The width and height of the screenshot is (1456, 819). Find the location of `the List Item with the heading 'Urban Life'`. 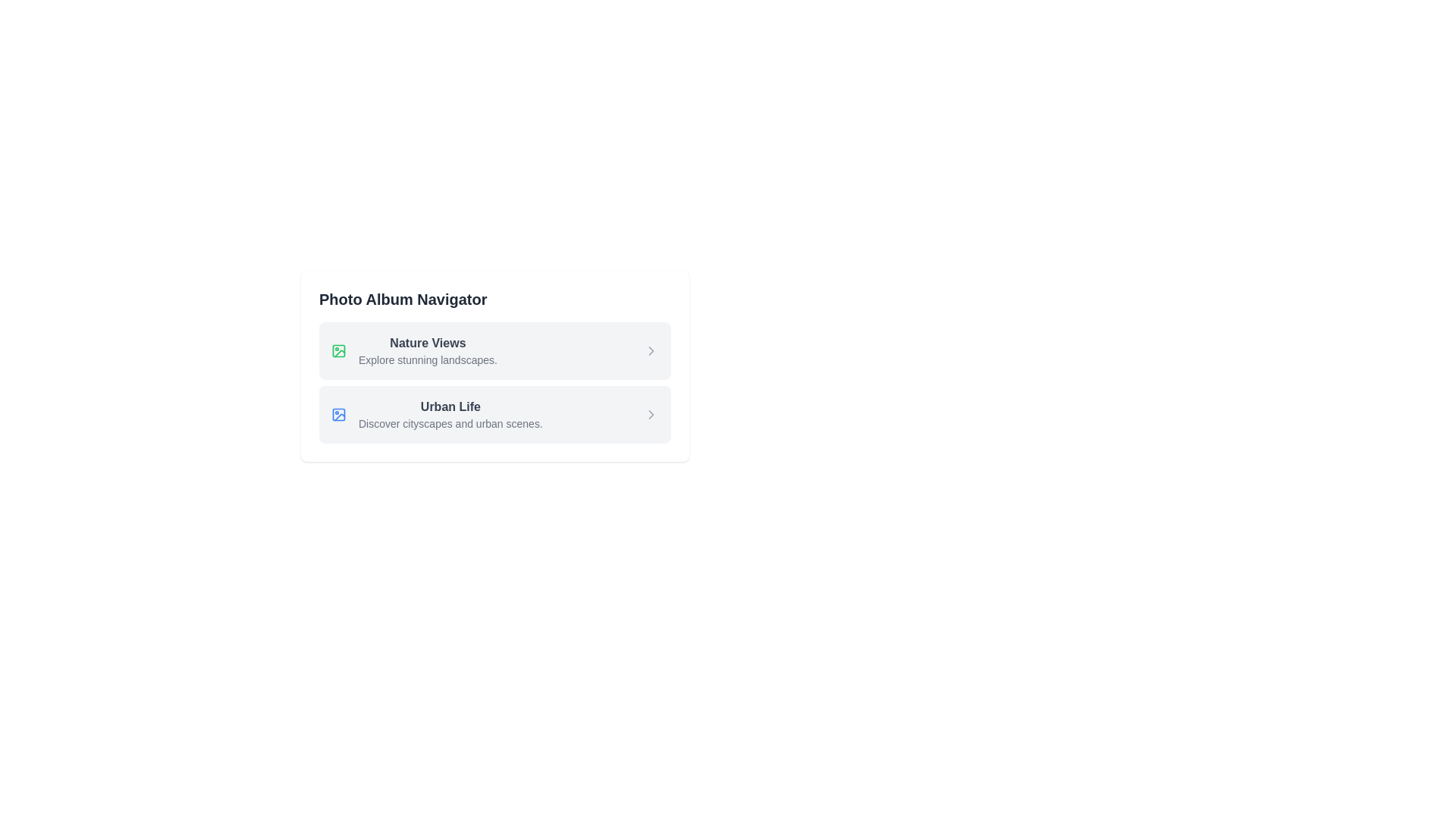

the List Item with the heading 'Urban Life' is located at coordinates (436, 415).